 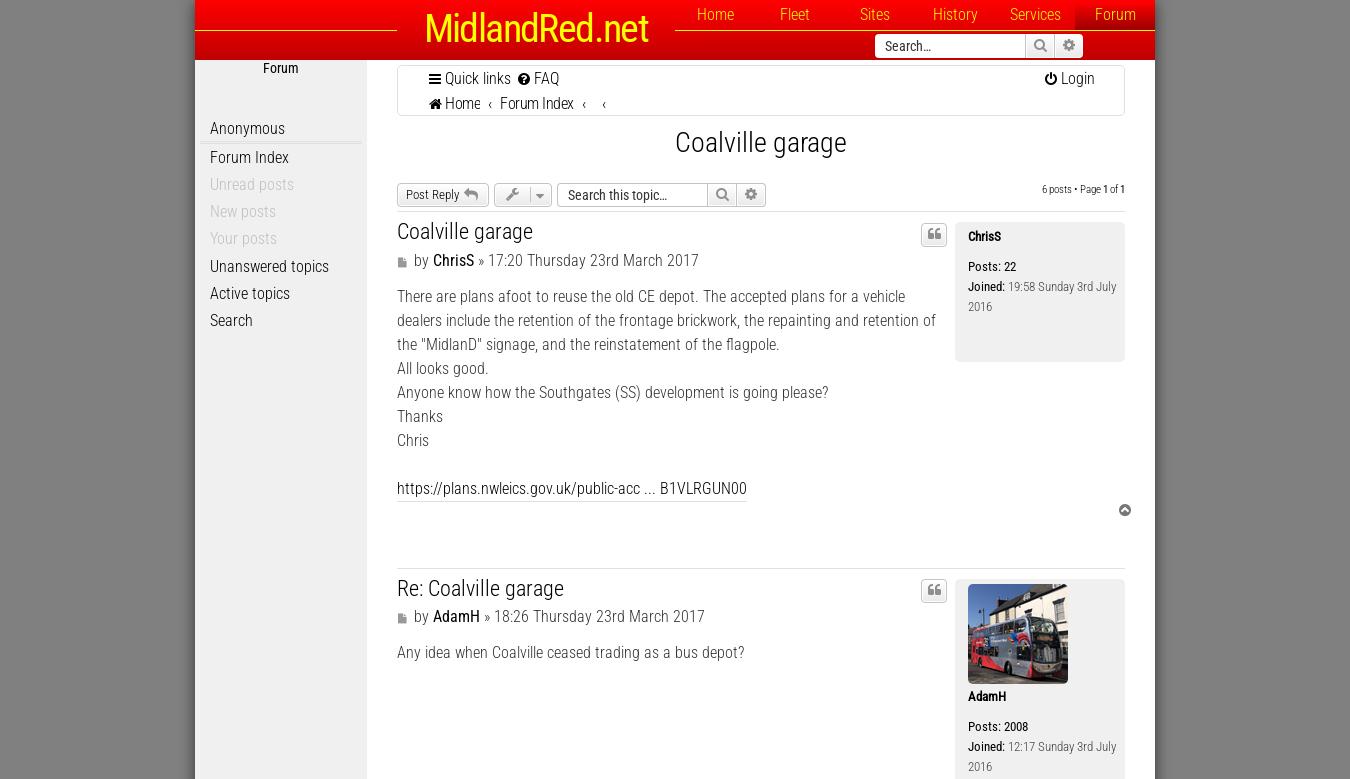 What do you see at coordinates (249, 291) in the screenshot?
I see `'Active topics'` at bounding box center [249, 291].